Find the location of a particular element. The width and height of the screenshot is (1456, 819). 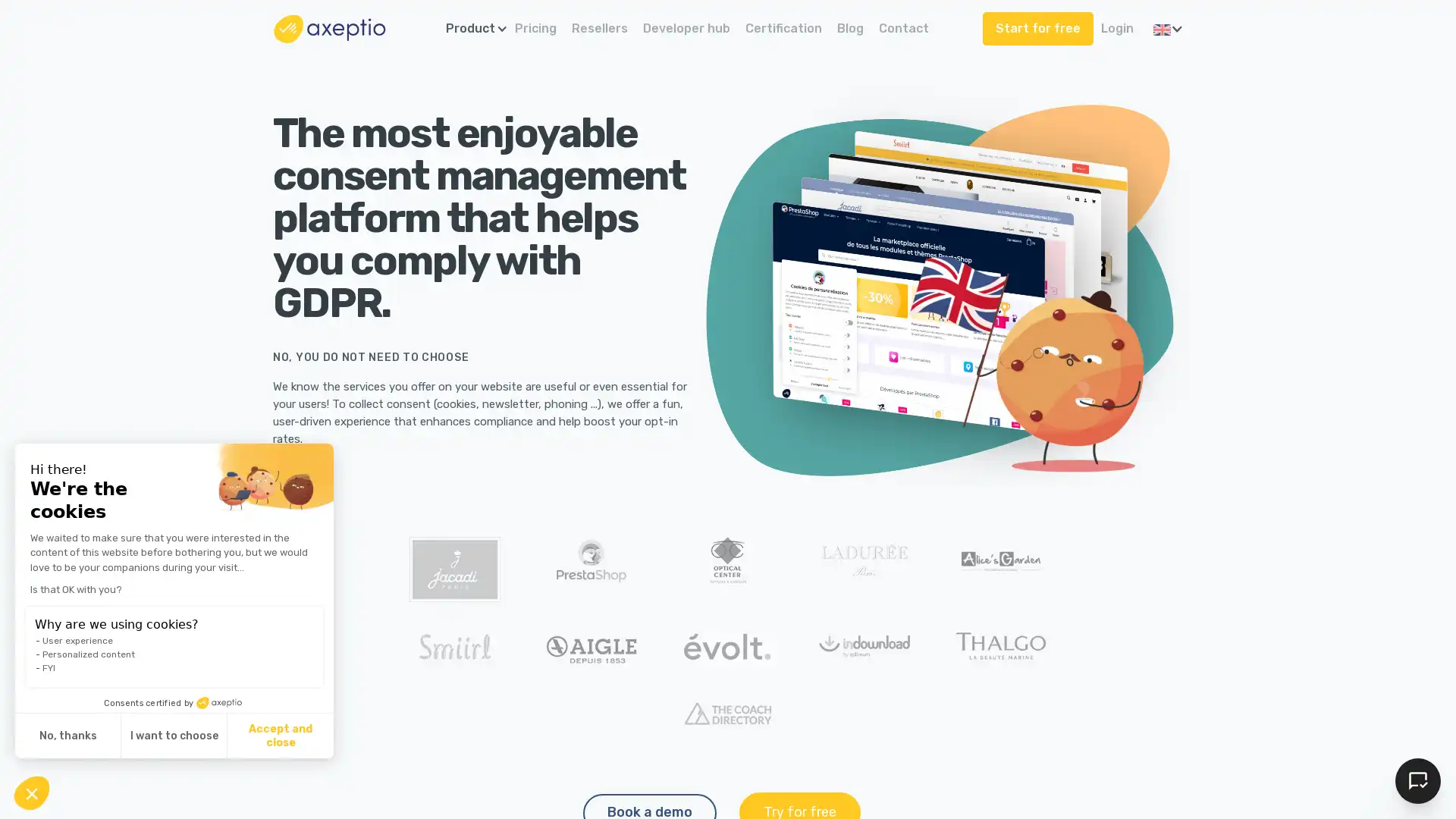

Accept and close is located at coordinates (280, 735).